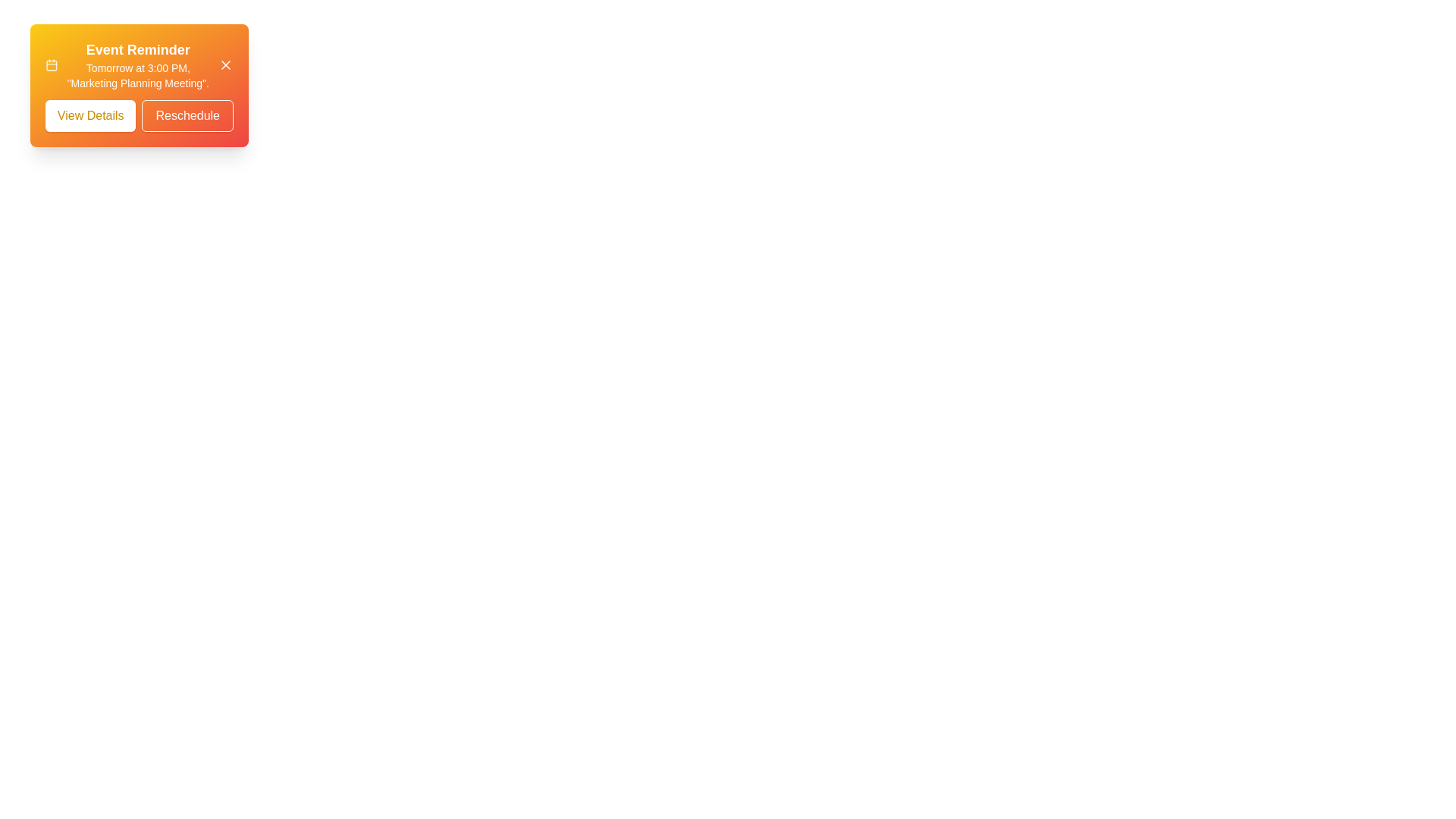 The image size is (1456, 819). What do you see at coordinates (224, 64) in the screenshot?
I see `the close button of the EventReminderSnackbar component` at bounding box center [224, 64].